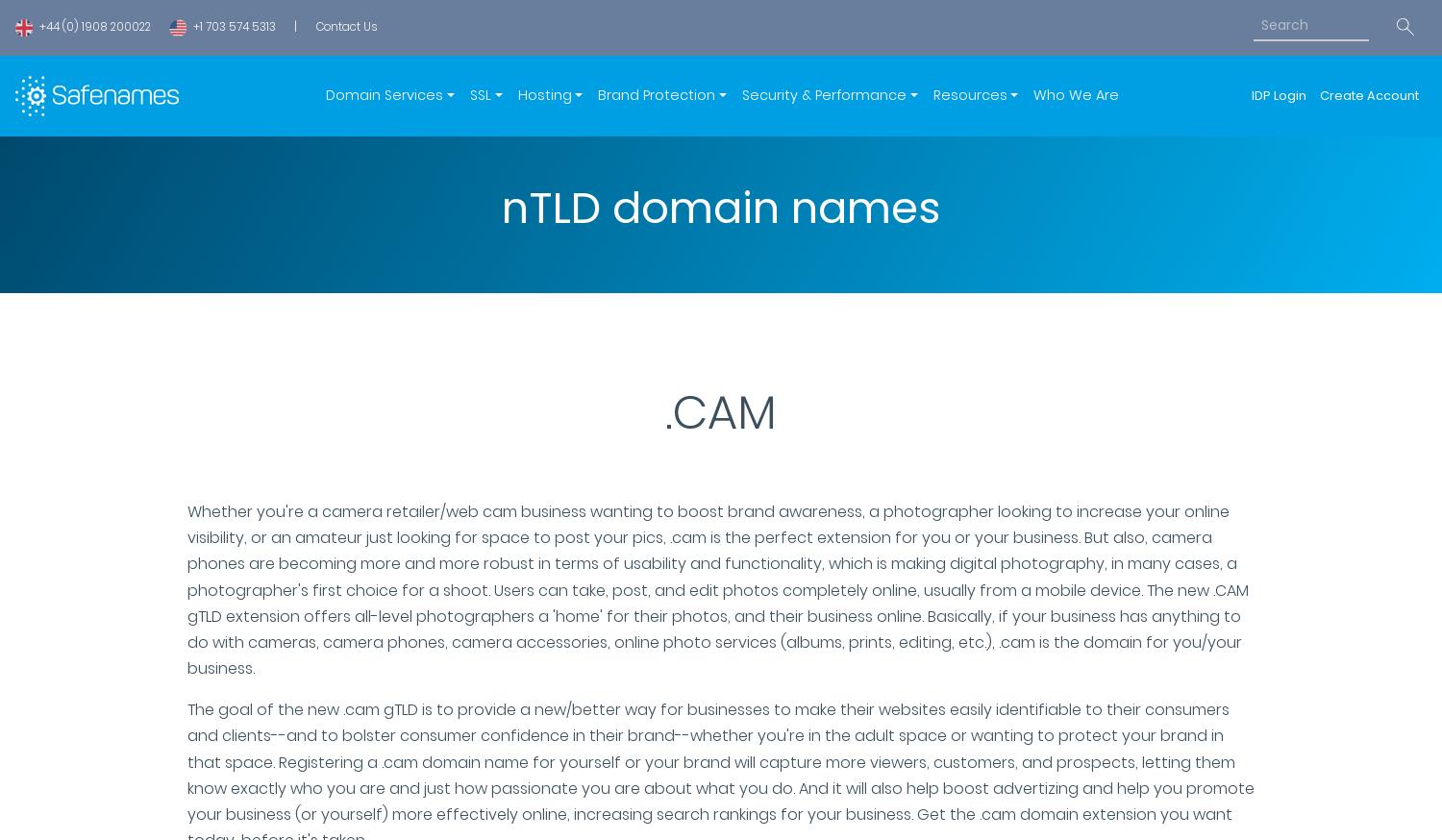 This screenshot has height=840, width=1442. What do you see at coordinates (186, 588) in the screenshot?
I see `'Whether you're a camera retailer/web cam business wanting to boost brand awareness, a photographer looking to increase your online visibility, or an amateur just looking for space to post your pics, .cam is the perfect extension for you
                    or your business. But also, camera phones are becoming more and more robust in terms of usability and functionality, which is making digital photography, in many cases, a photographer's first choice for a shoot. Users can take, post,
                    and edit photos completely online, usually from a mobile device. The new .CAM gTLD extension offers all-level photographers a 'home' for their photos, and their business online. Basically, if your business has anything to do with cameras,
                    camera phones, camera accessories, online photo services (albums, prints, editing, etc.), .cam is the domain for you/your business.'` at bounding box center [186, 588].